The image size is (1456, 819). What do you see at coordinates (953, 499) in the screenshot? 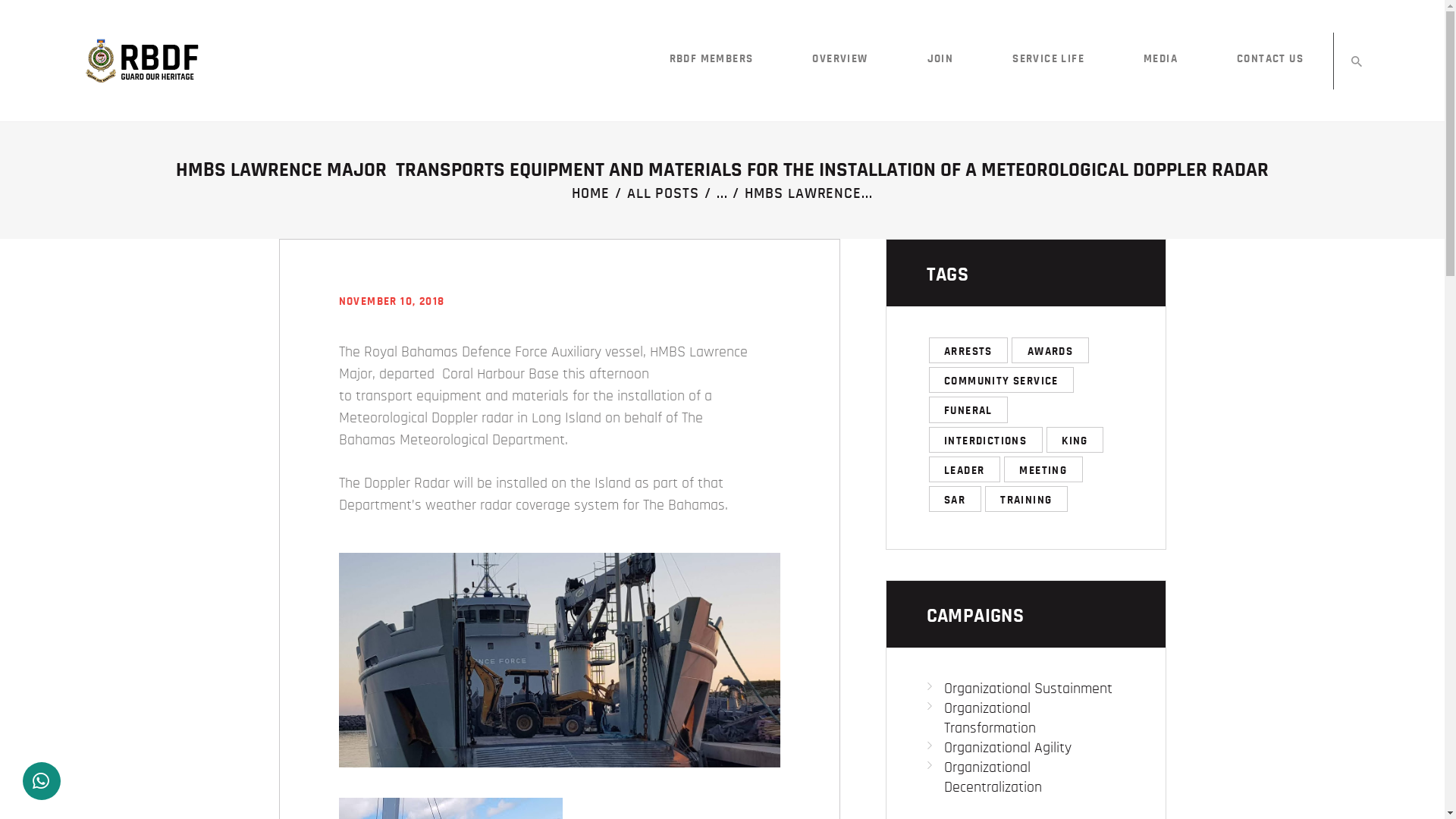
I see `'SAR'` at bounding box center [953, 499].